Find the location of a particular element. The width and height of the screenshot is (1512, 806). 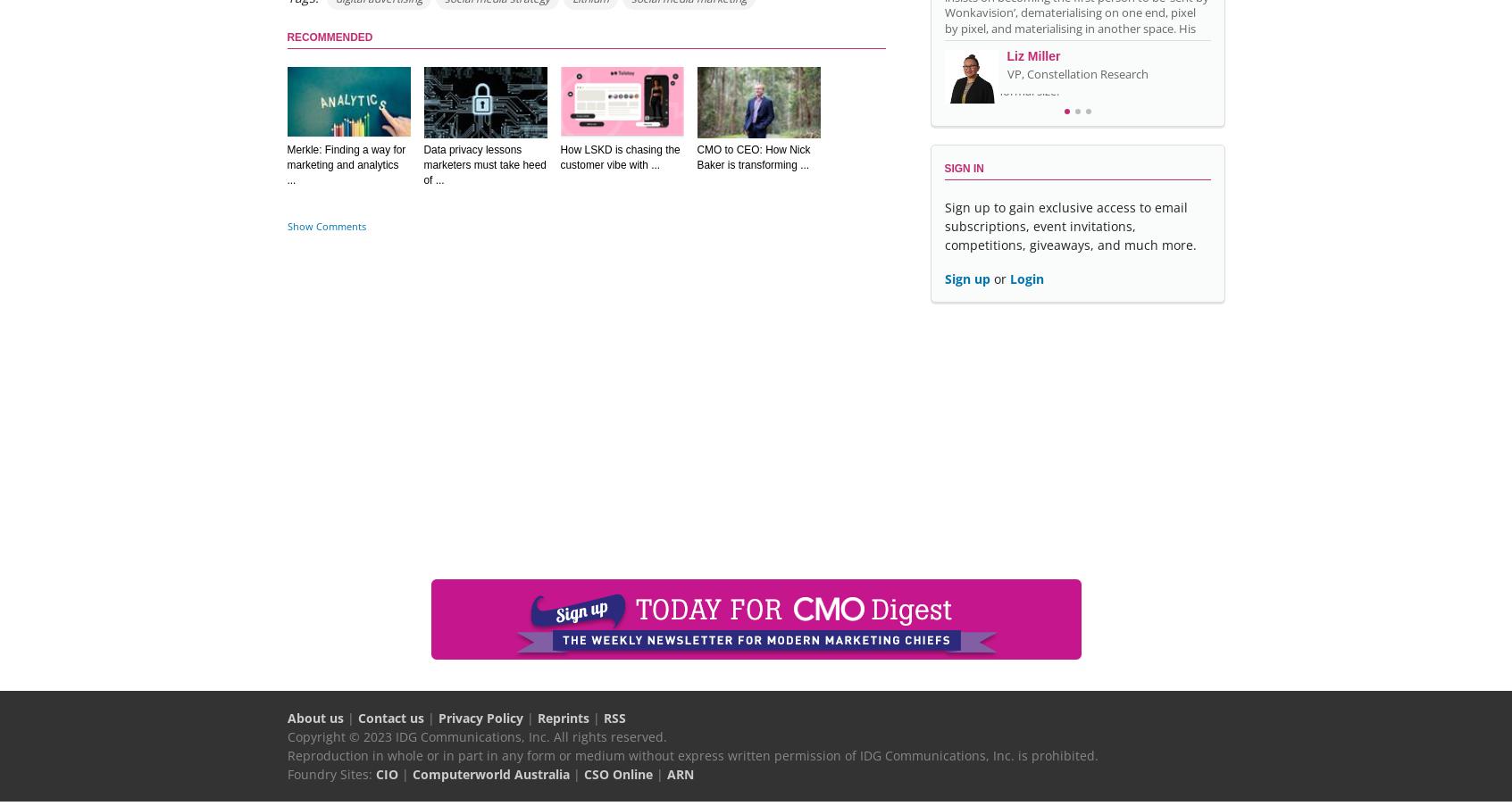

'Privacy Policy' is located at coordinates (437, 717).